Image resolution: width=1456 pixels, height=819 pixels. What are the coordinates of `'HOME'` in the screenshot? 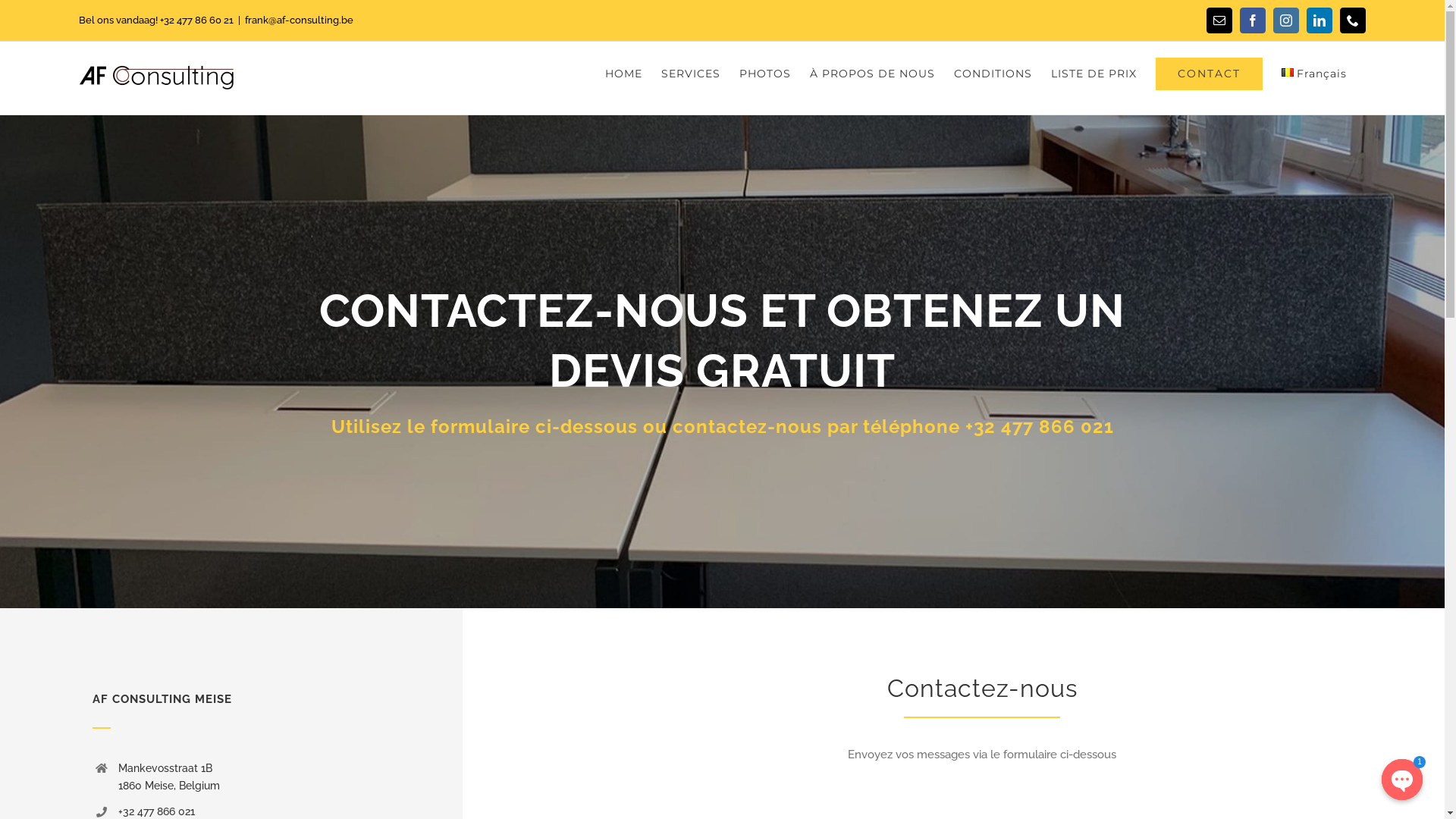 It's located at (623, 73).